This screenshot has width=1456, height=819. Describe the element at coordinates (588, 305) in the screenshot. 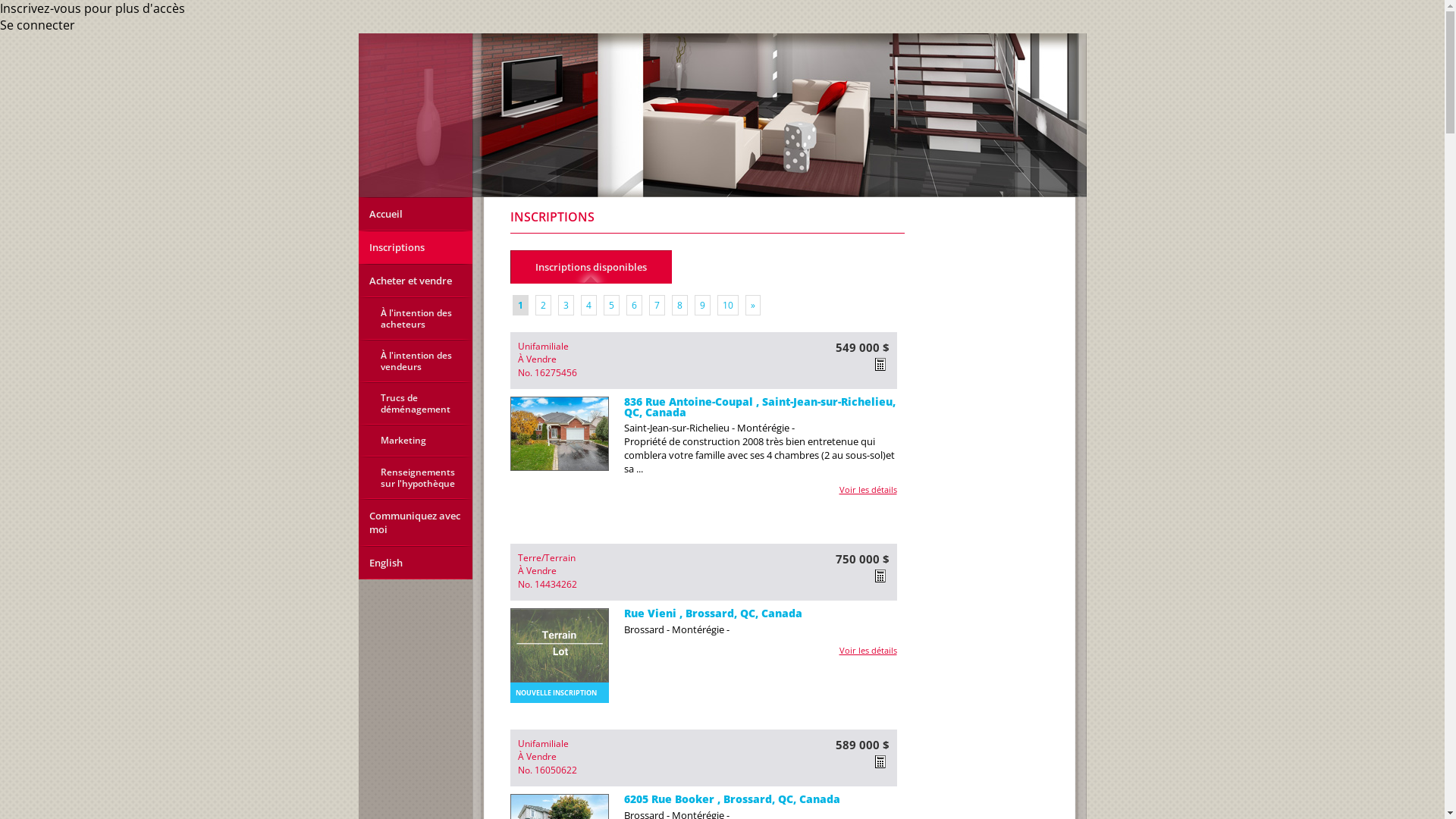

I see `'4'` at that location.